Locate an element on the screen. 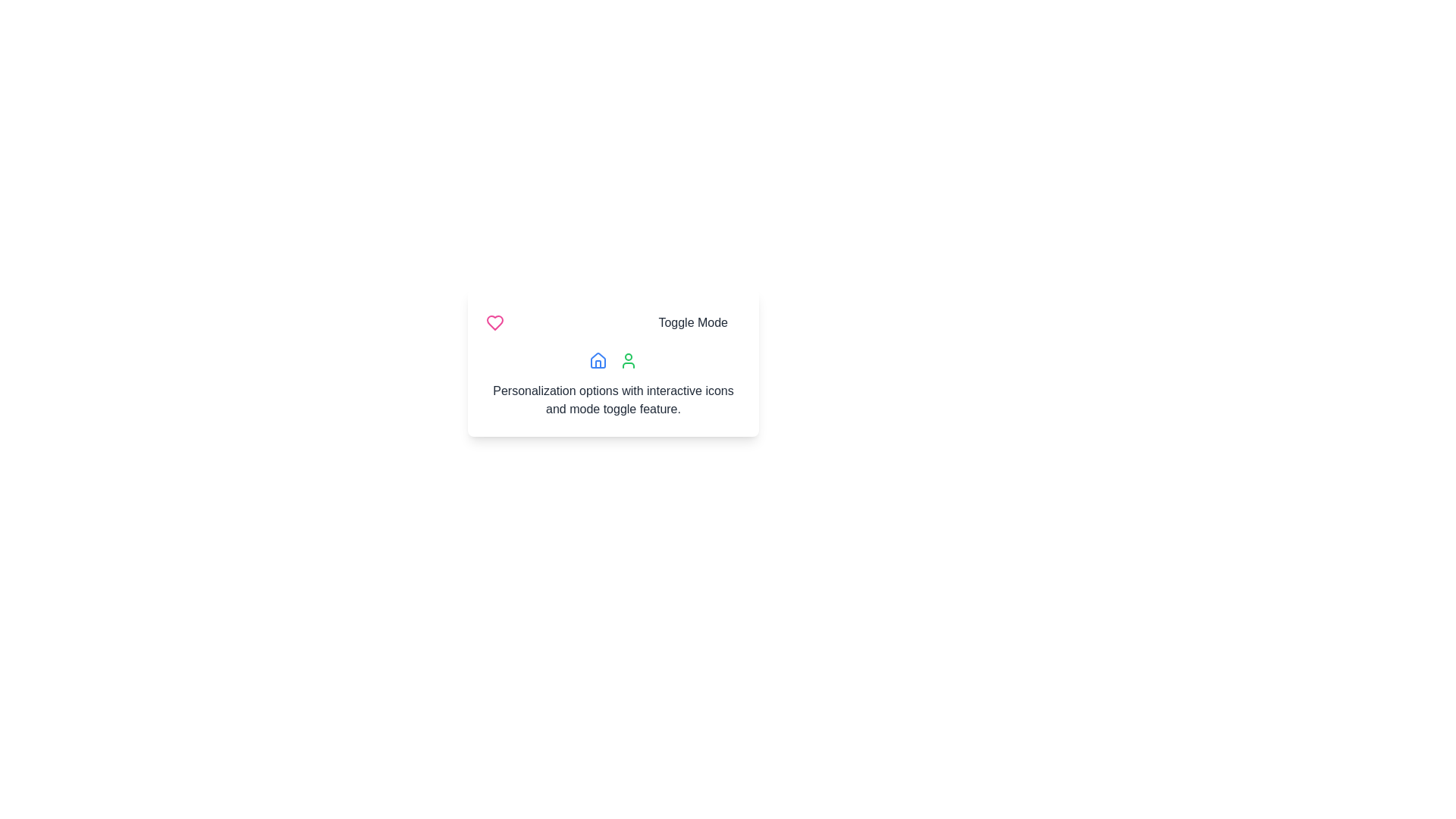 This screenshot has height=819, width=1456. the heart-shaped SVG icon outlined in pink, which resembles a favorite or like icon, located to the left of the 'Toggle Mode' text is located at coordinates (494, 322).